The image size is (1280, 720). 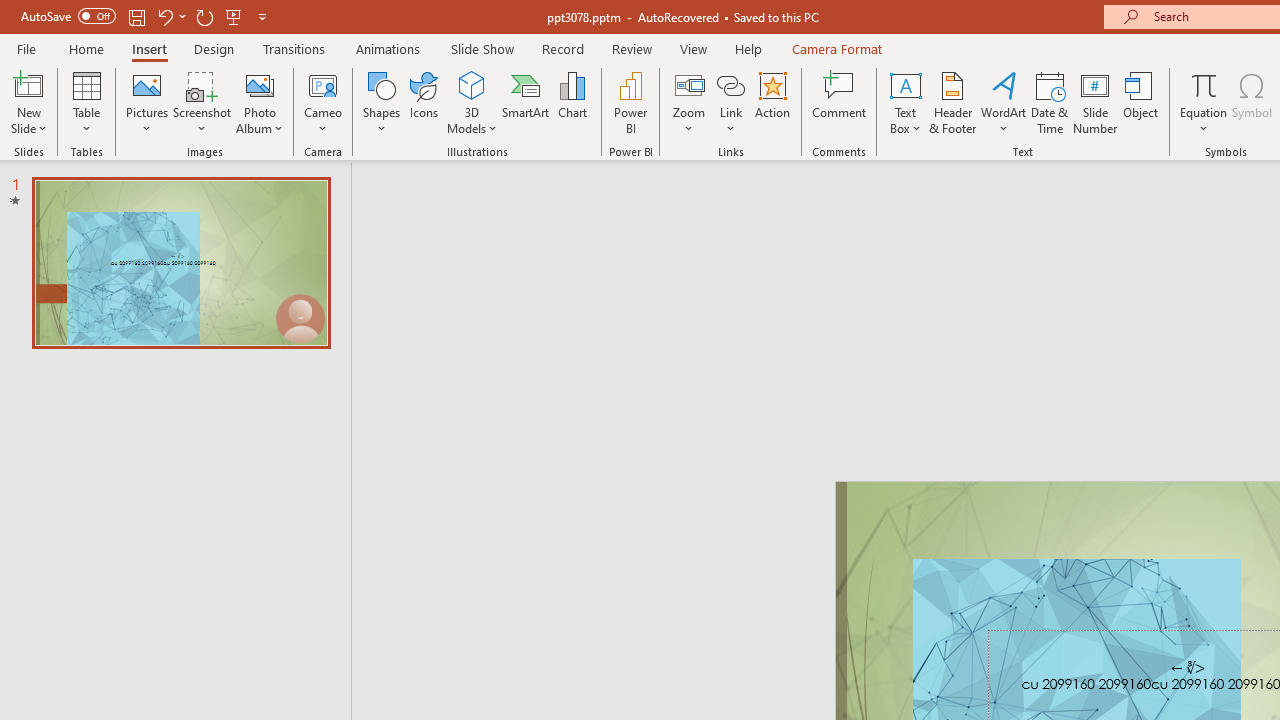 What do you see at coordinates (1202, 103) in the screenshot?
I see `'Equation'` at bounding box center [1202, 103].